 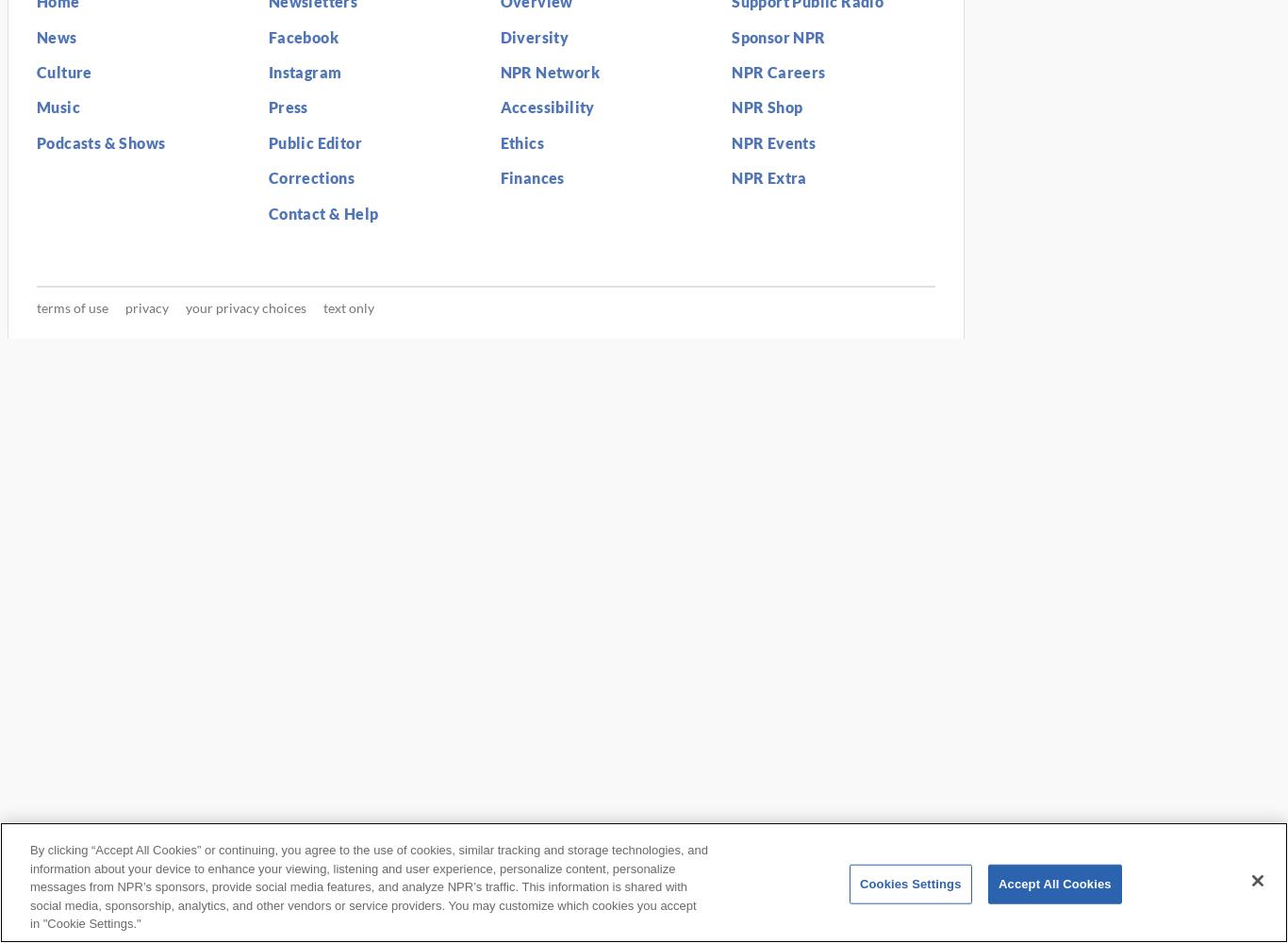 I want to click on 'Corrections', so click(x=267, y=177).